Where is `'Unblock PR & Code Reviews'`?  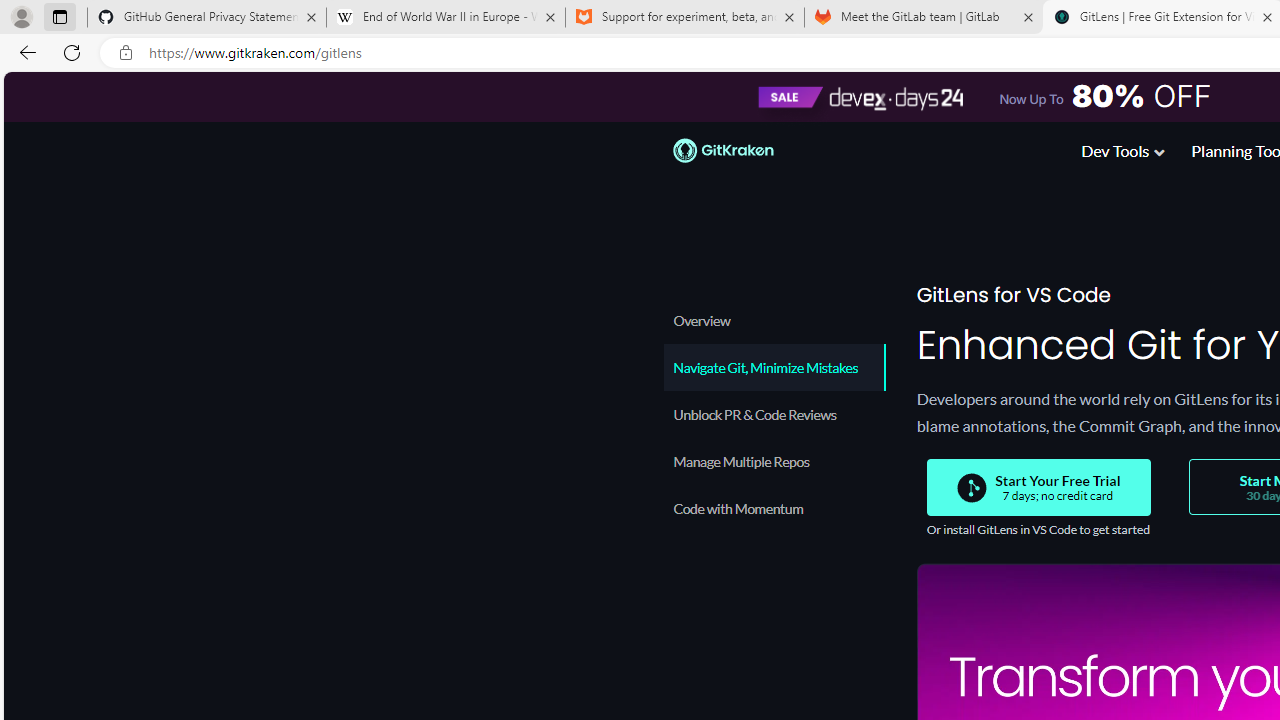
'Unblock PR & Code Reviews' is located at coordinates (773, 413).